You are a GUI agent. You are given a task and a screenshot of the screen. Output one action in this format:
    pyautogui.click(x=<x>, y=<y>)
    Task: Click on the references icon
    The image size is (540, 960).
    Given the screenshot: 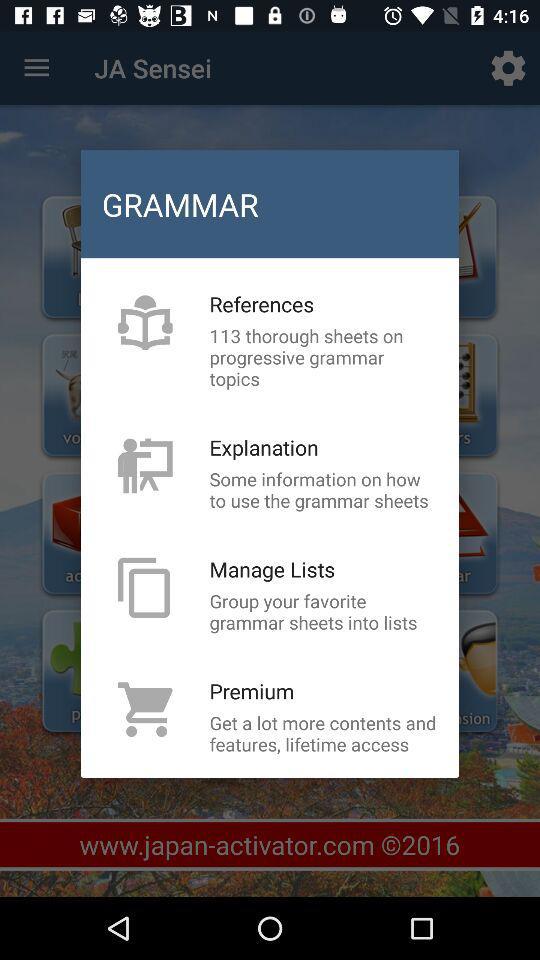 What is the action you would take?
    pyautogui.click(x=261, y=304)
    